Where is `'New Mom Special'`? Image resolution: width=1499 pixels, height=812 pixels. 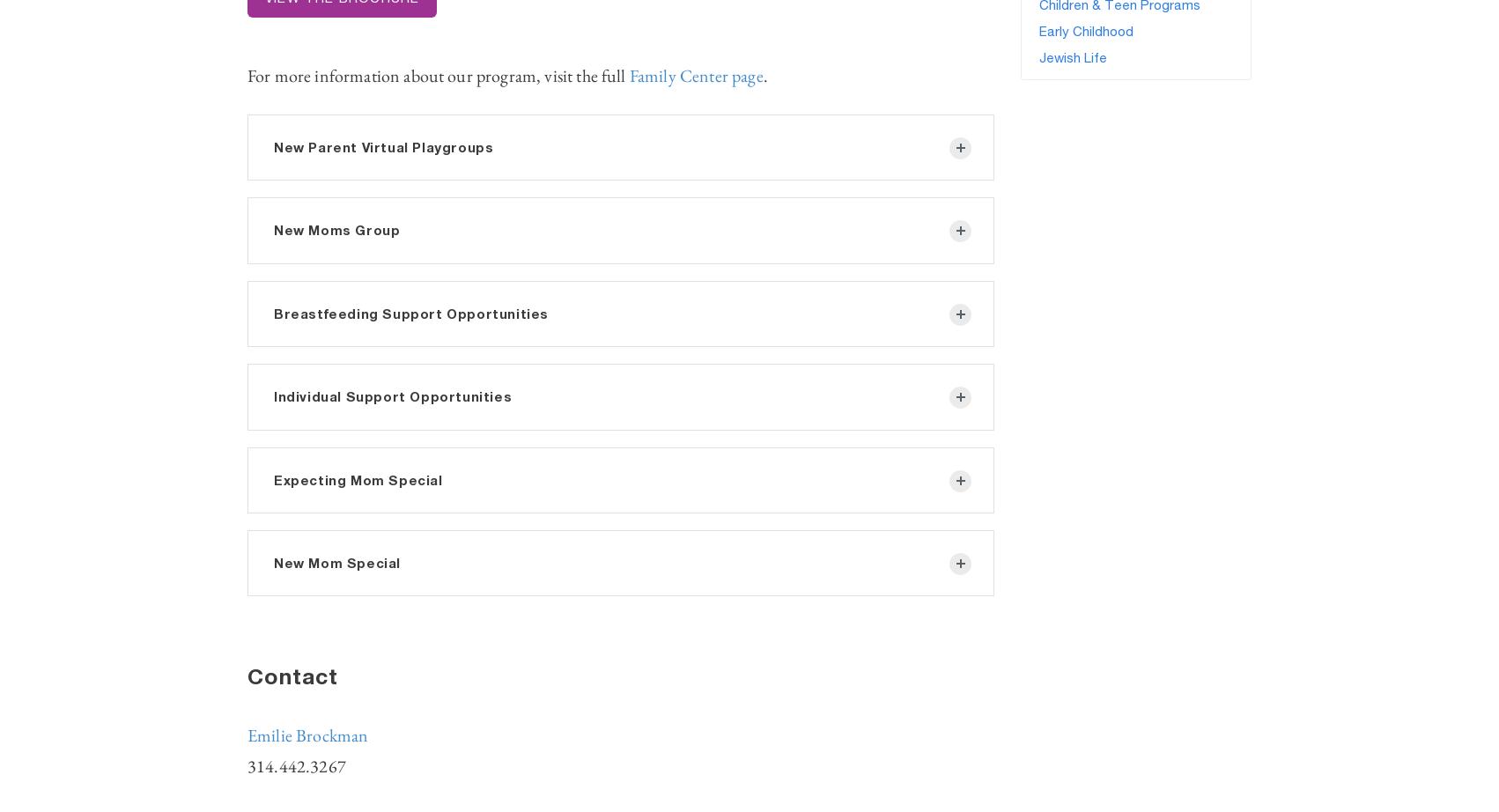 'New Mom Special' is located at coordinates (336, 564).